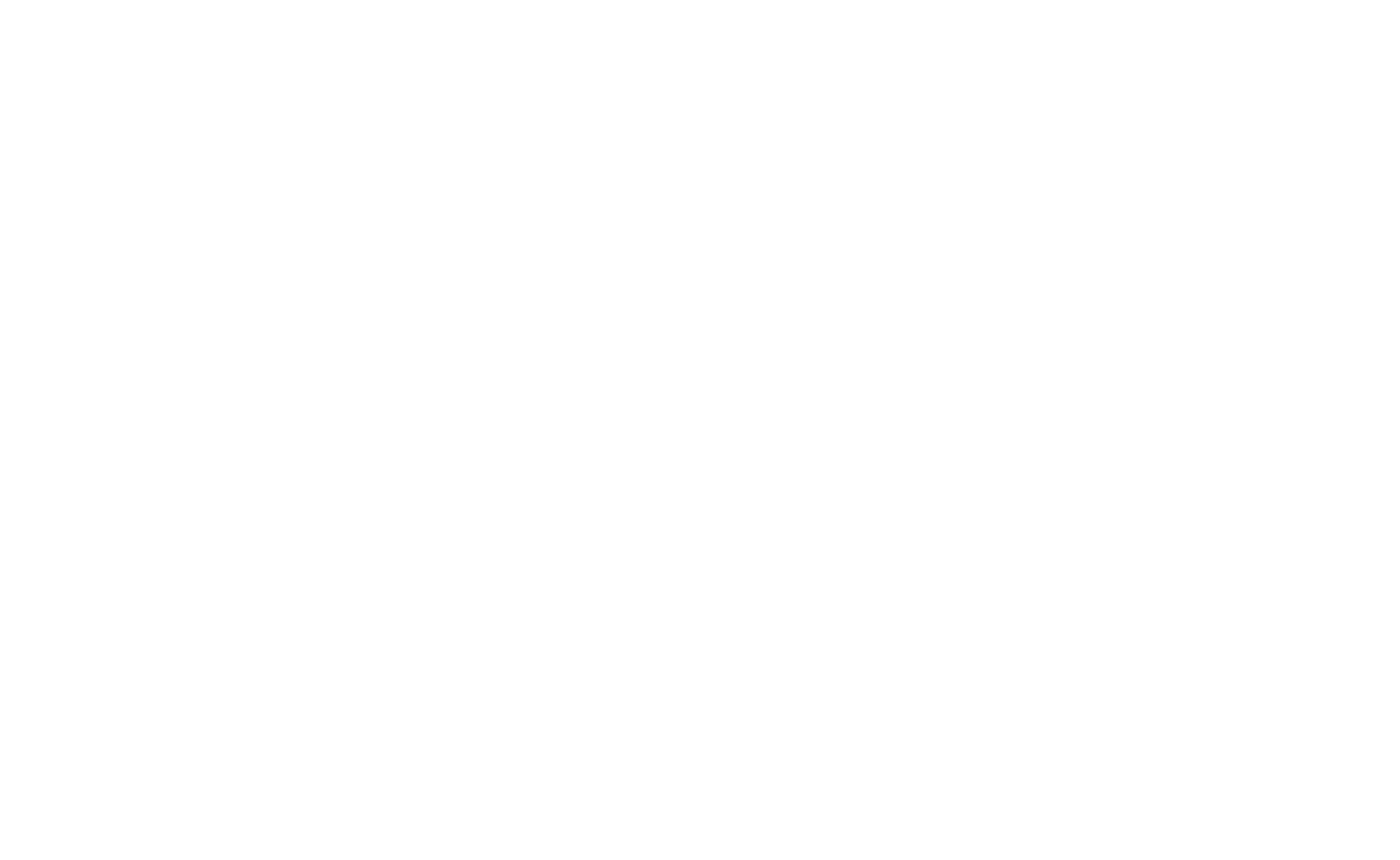 This screenshot has height=860, width=1400. I want to click on 'NHL.com Privacy Policy', so click(518, 821).